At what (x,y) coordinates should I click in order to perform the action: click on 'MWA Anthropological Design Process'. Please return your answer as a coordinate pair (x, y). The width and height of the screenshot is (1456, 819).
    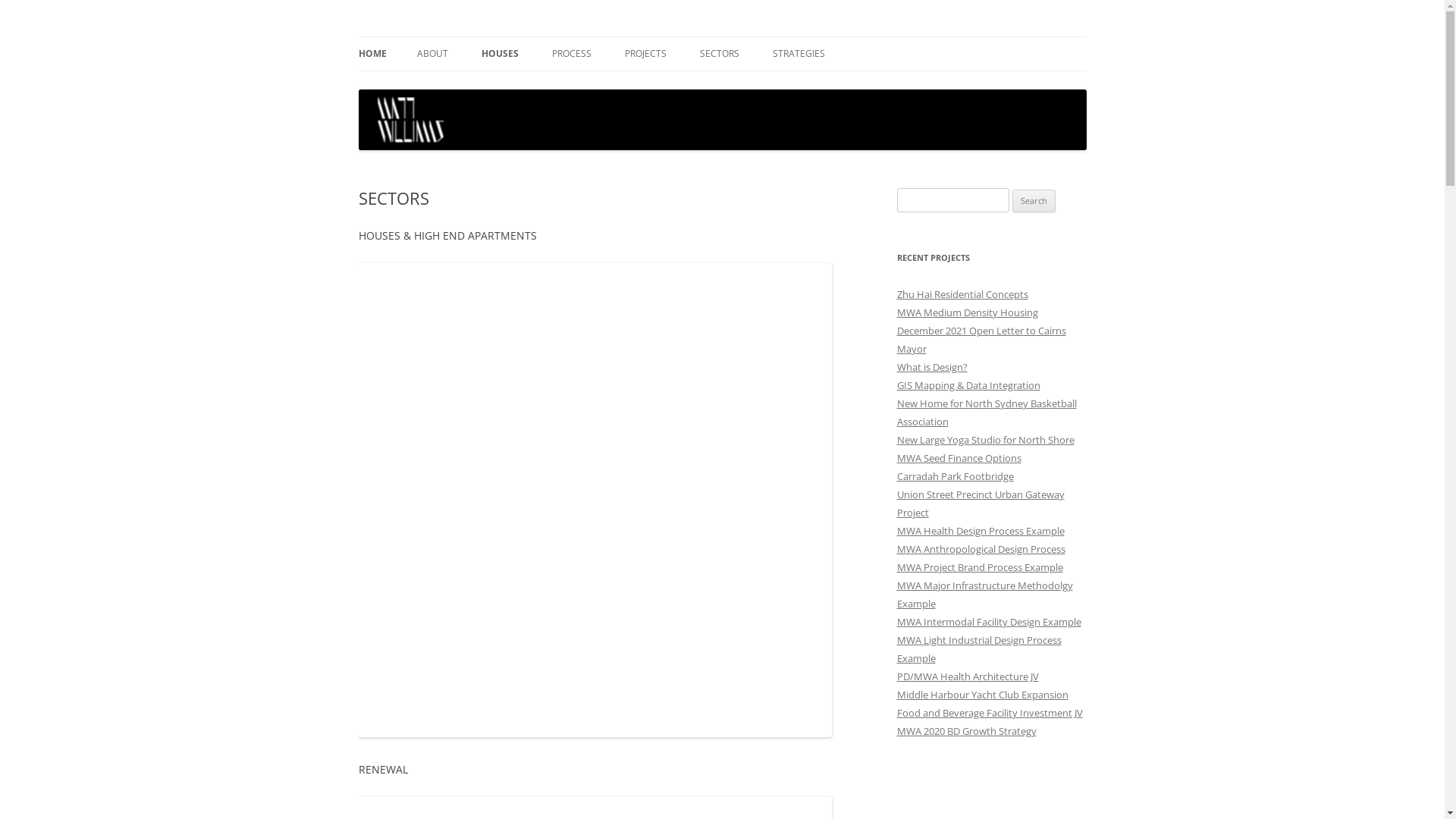
    Looking at the image, I should click on (980, 549).